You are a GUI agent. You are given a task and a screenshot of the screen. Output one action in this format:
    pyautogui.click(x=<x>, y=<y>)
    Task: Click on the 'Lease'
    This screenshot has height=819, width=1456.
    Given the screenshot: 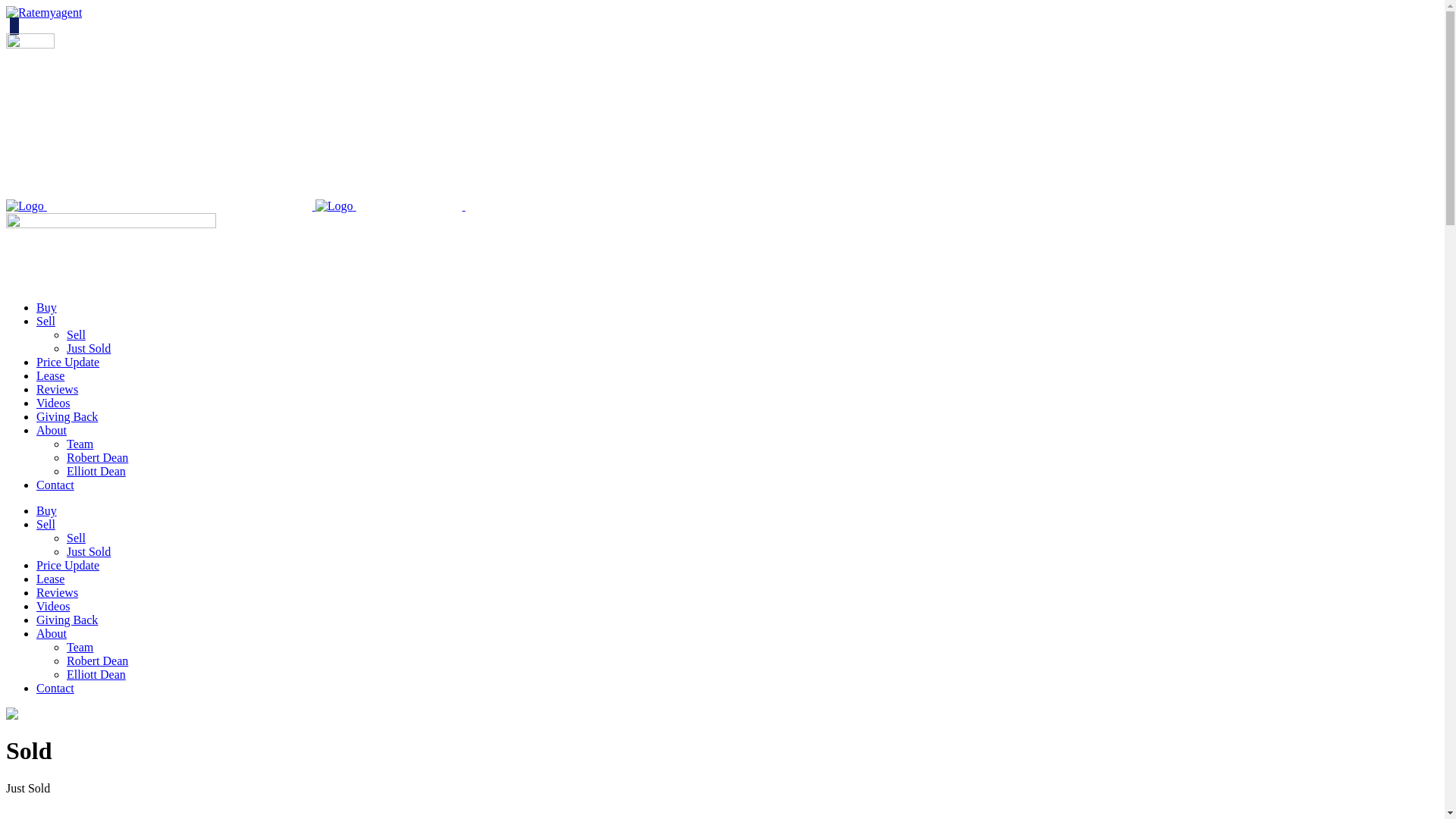 What is the action you would take?
    pyautogui.click(x=50, y=579)
    